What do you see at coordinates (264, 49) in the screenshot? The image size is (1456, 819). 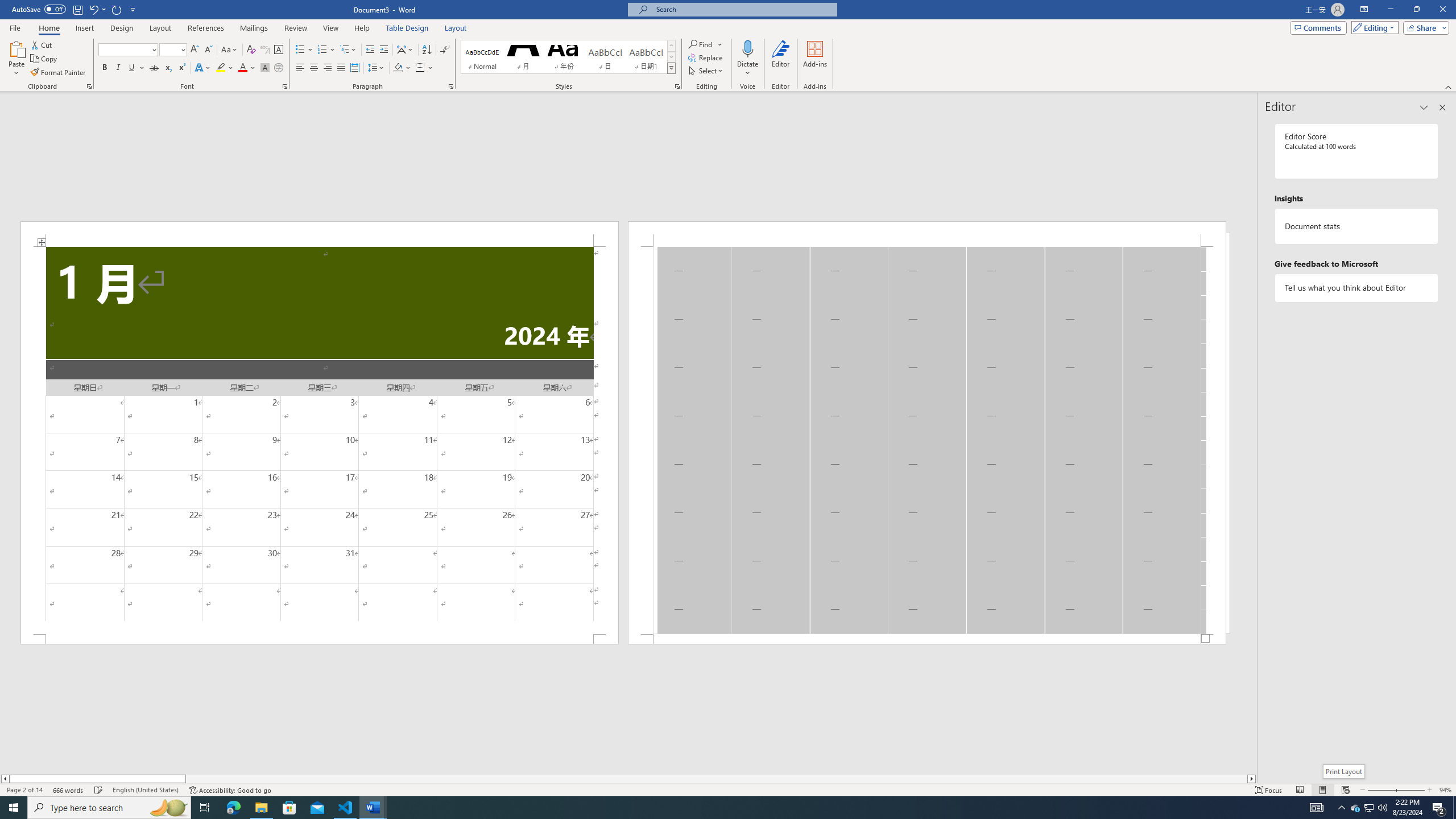 I see `'Phonetic Guide...'` at bounding box center [264, 49].